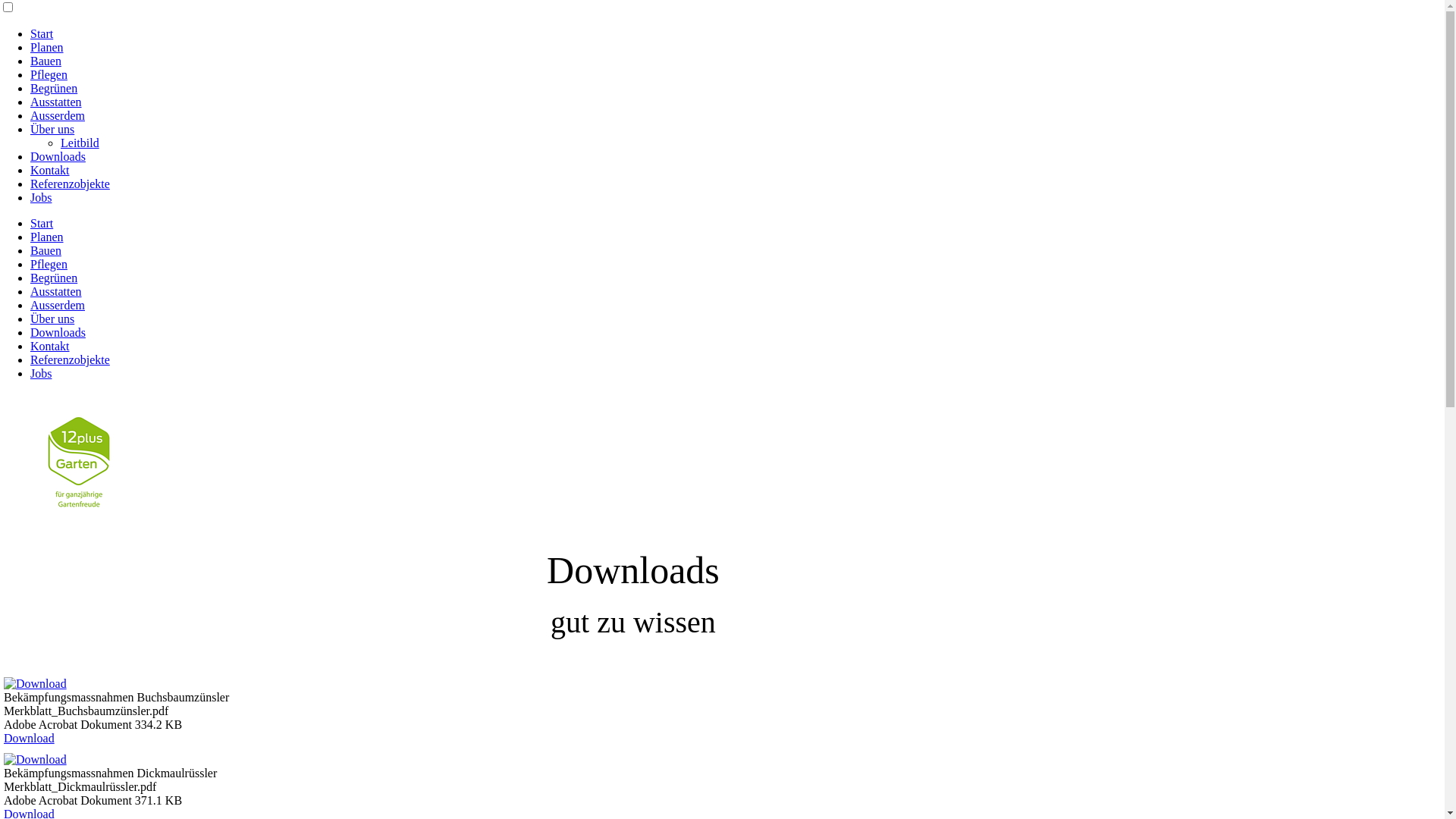 This screenshot has height=819, width=1456. Describe the element at coordinates (40, 373) in the screenshot. I see `'Jobs'` at that location.